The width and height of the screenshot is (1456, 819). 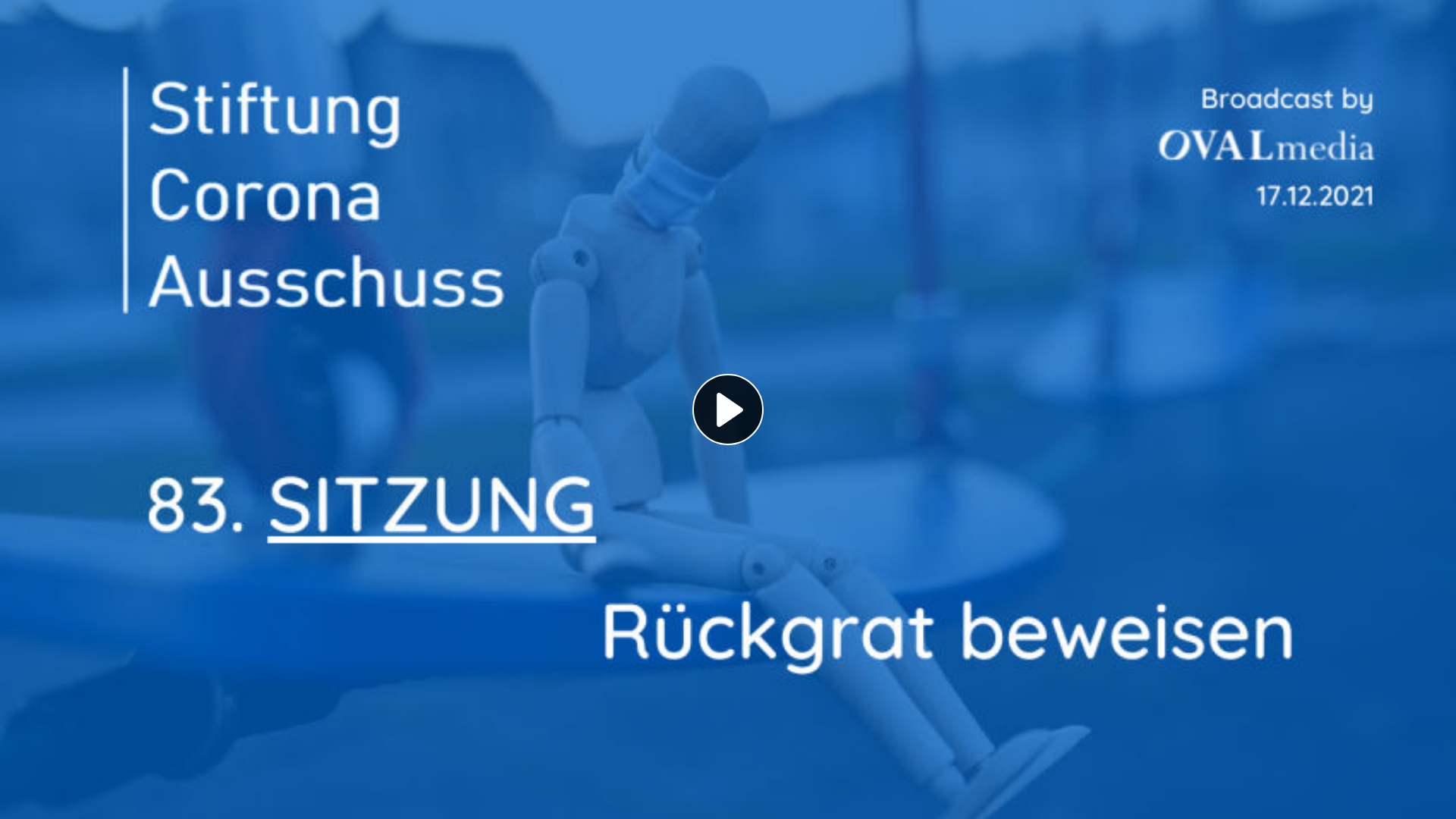 What do you see at coordinates (691, 409) in the screenshot?
I see `'Play Video'` at bounding box center [691, 409].